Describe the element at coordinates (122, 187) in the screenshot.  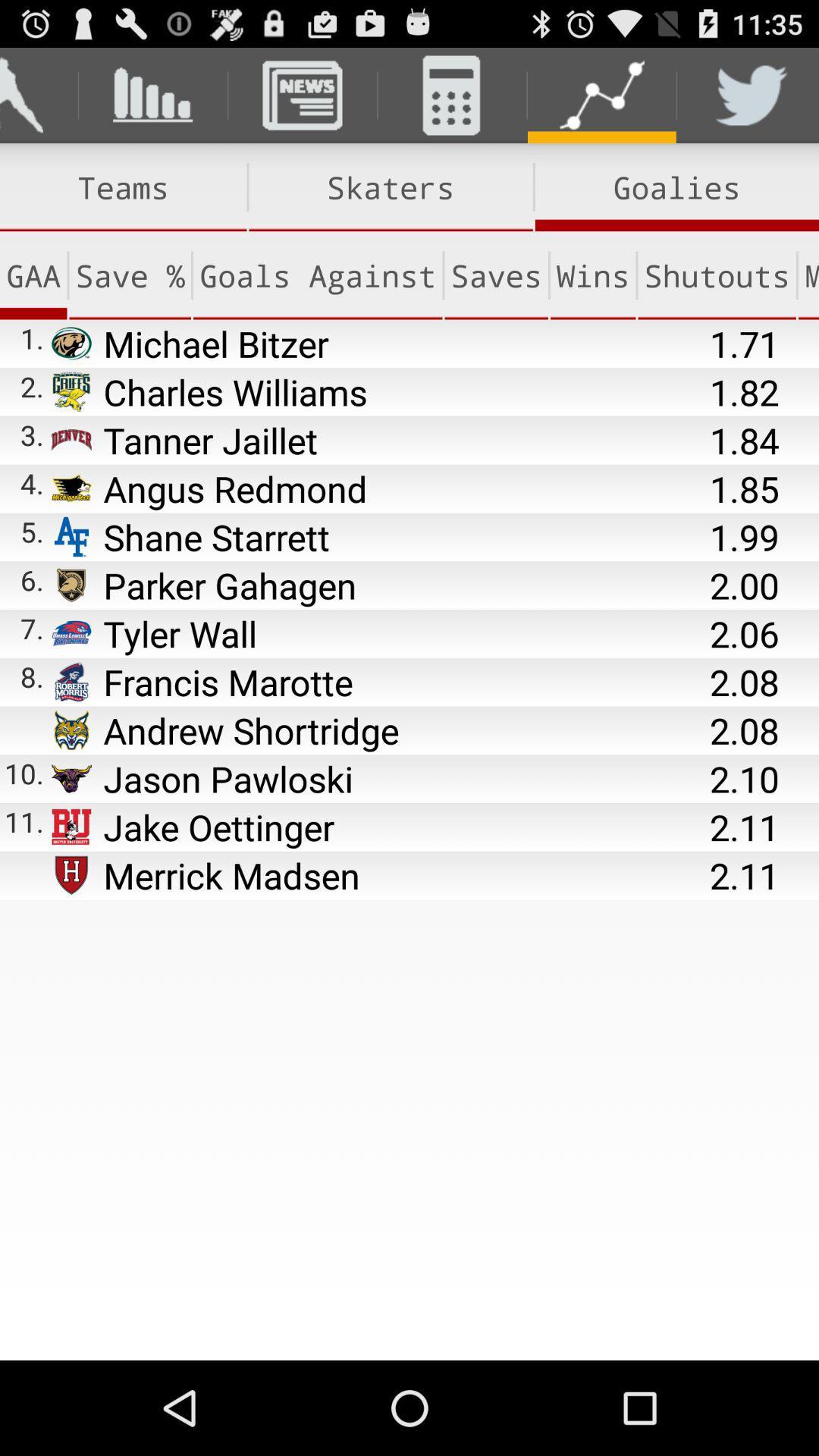
I see `icon to the left of the skaters icon` at that location.